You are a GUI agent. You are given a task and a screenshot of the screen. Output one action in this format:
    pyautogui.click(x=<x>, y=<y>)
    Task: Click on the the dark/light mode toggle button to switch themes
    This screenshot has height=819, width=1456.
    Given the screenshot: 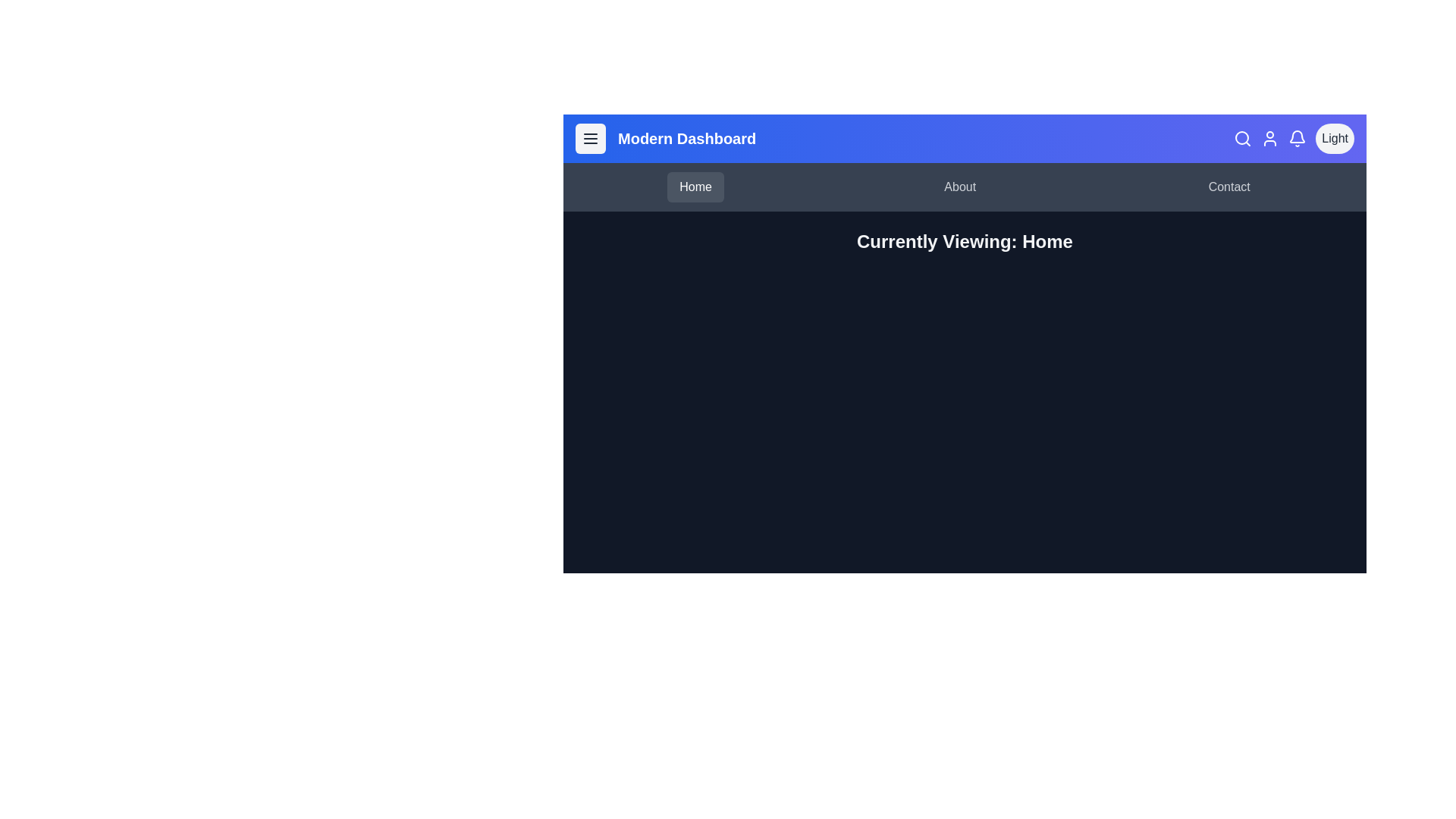 What is the action you would take?
    pyautogui.click(x=1335, y=138)
    